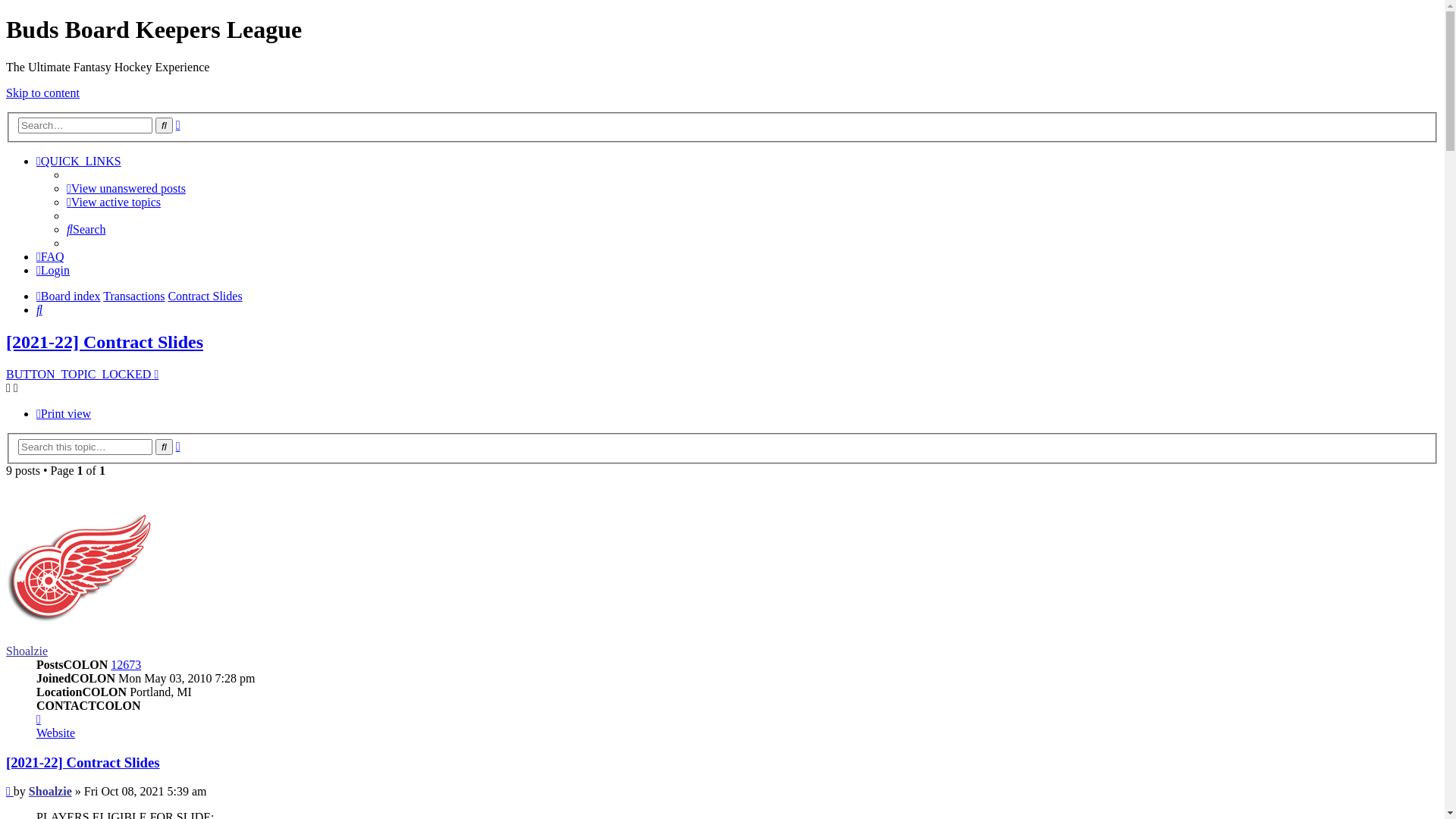 This screenshot has height=819, width=1456. What do you see at coordinates (42, 93) in the screenshot?
I see `'Skip to content'` at bounding box center [42, 93].